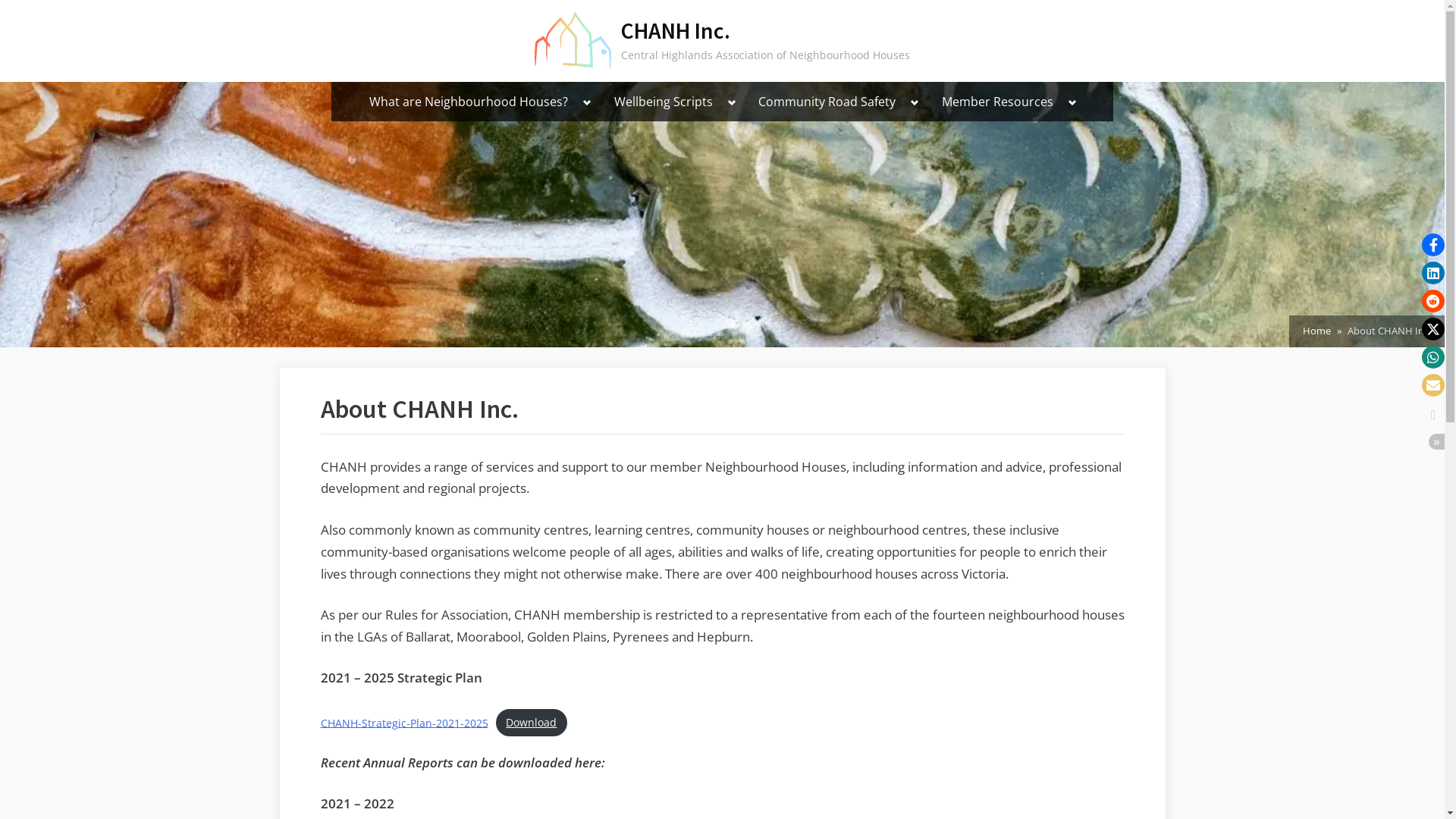  What do you see at coordinates (826, 102) in the screenshot?
I see `'Community Road Safety'` at bounding box center [826, 102].